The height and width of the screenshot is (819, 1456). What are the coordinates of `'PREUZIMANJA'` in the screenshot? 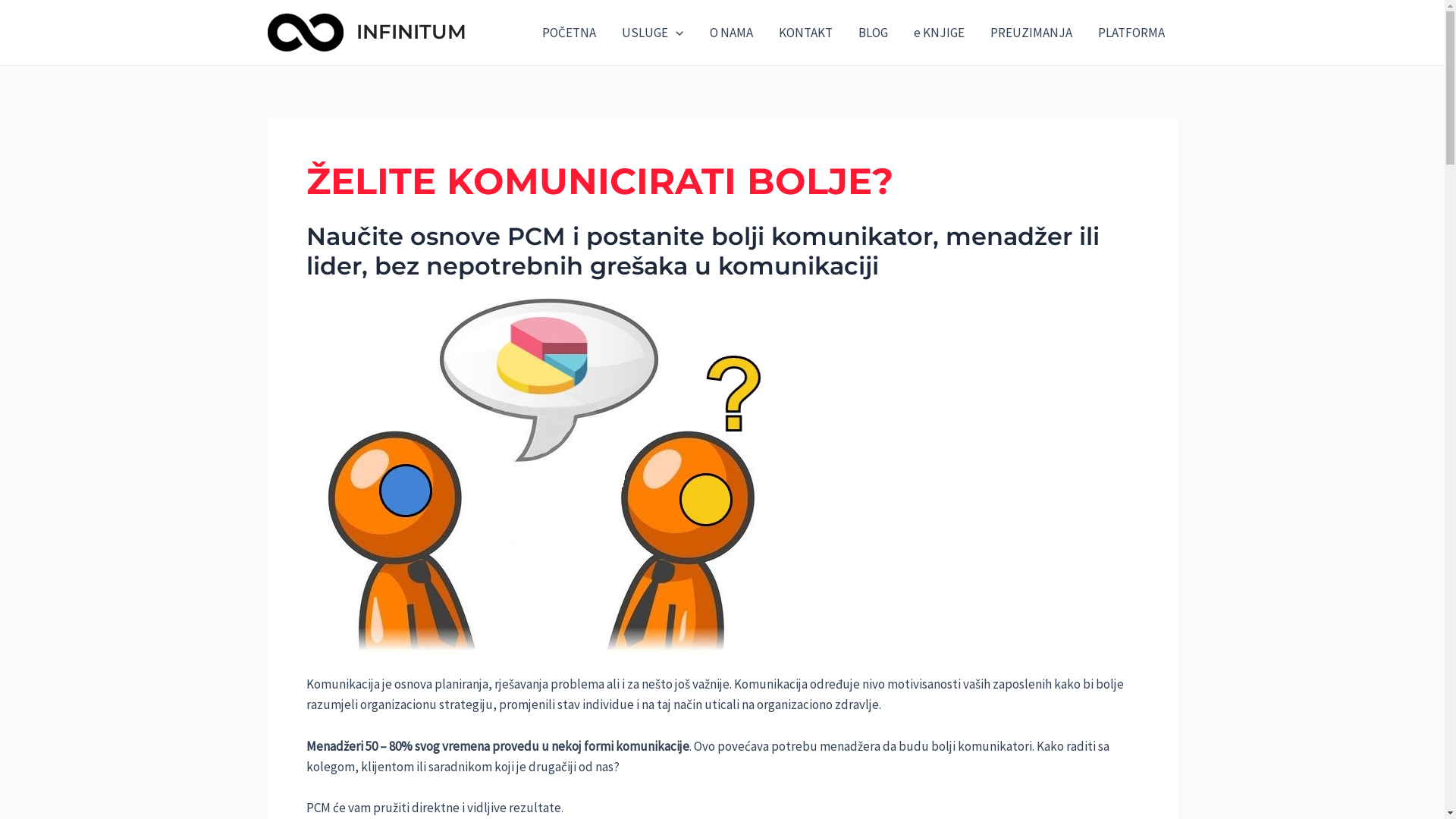 It's located at (1030, 32).